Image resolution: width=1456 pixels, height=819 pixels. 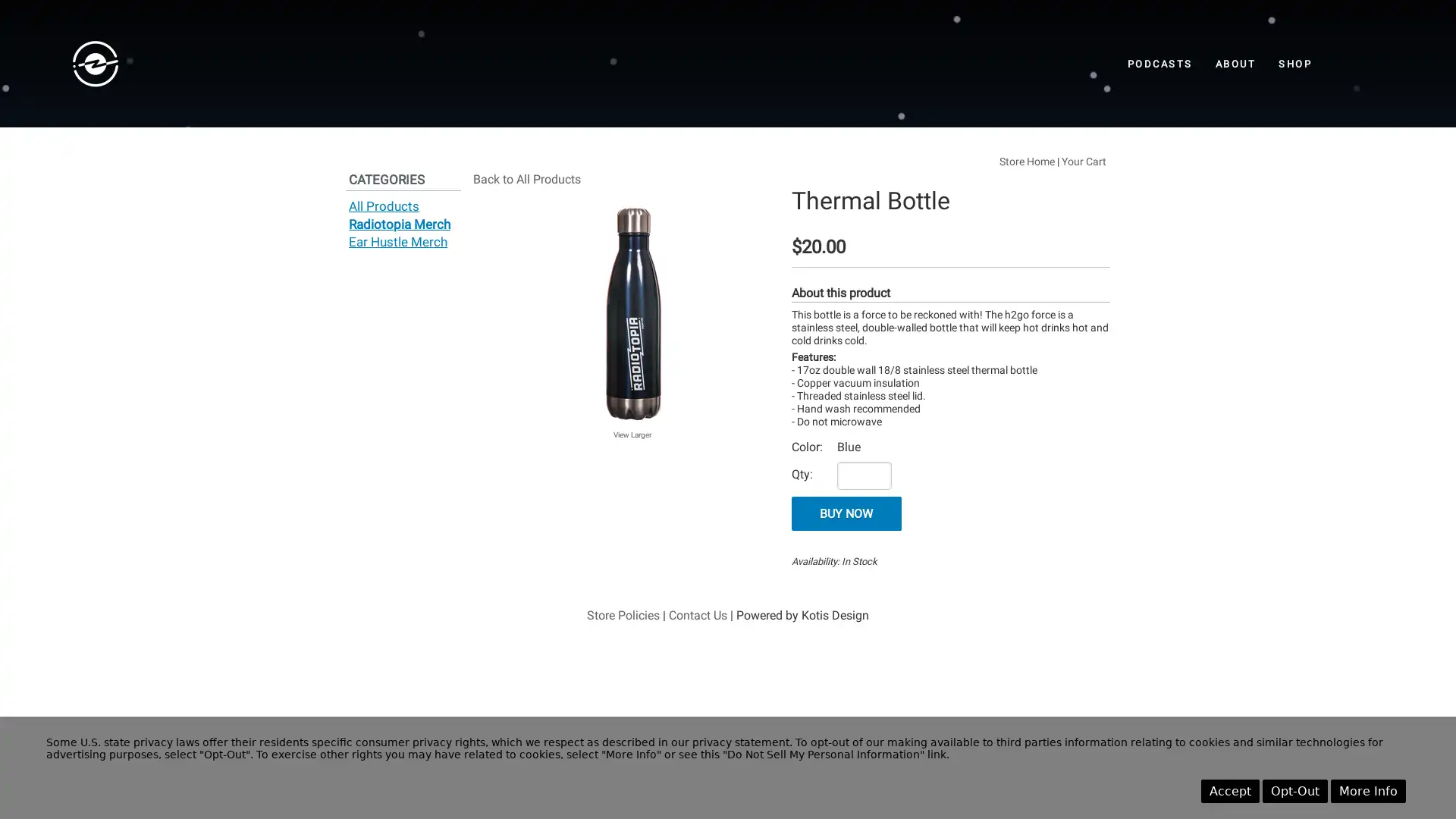 What do you see at coordinates (1230, 790) in the screenshot?
I see `Accept` at bounding box center [1230, 790].